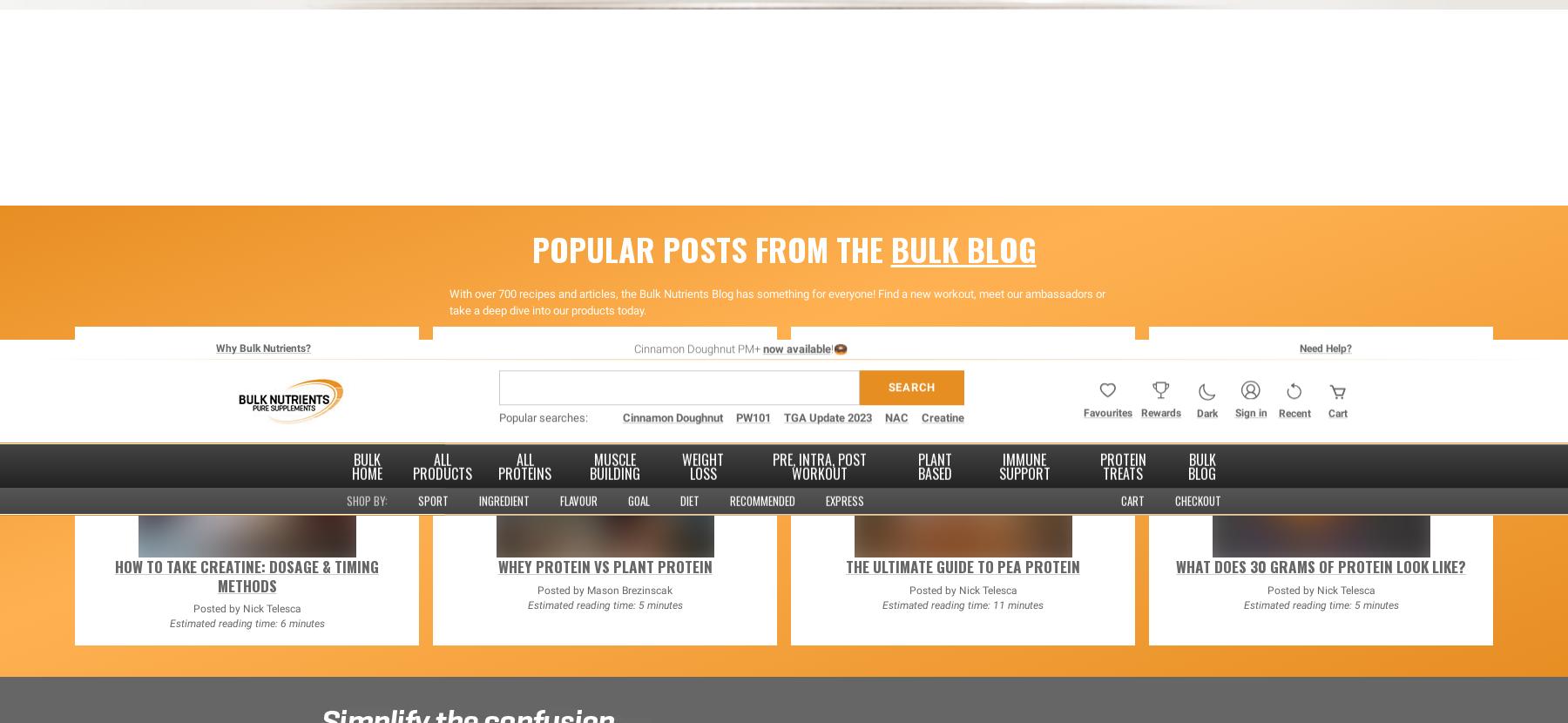 This screenshot has height=723, width=1568. Describe the element at coordinates (427, 303) in the screenshot. I see `'Creatine Monohydrate'` at that location.